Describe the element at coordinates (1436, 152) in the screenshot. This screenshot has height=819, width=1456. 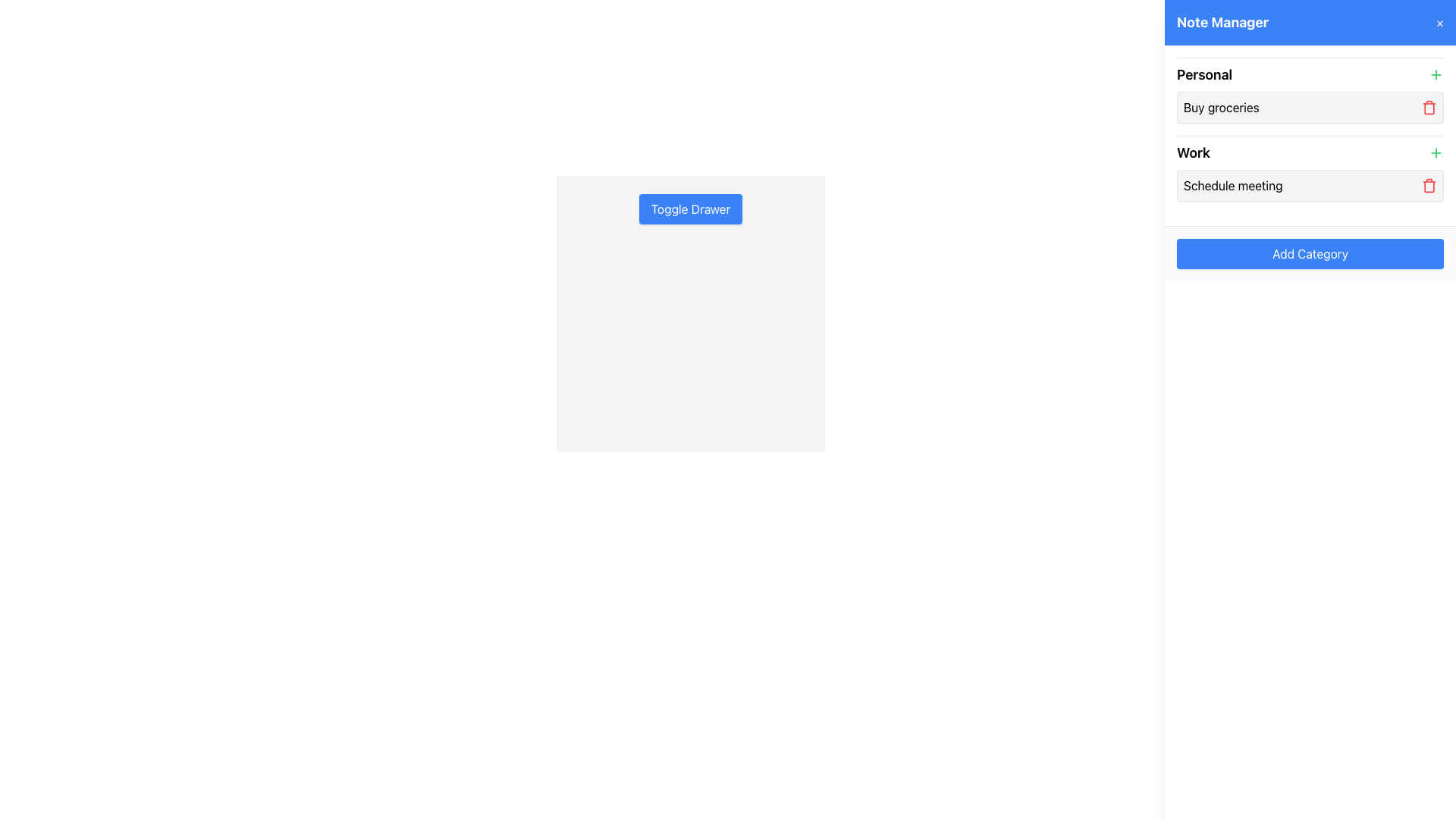
I see `the 'Add New Item' button located at the far right of the 'Work' category to change its color` at that location.